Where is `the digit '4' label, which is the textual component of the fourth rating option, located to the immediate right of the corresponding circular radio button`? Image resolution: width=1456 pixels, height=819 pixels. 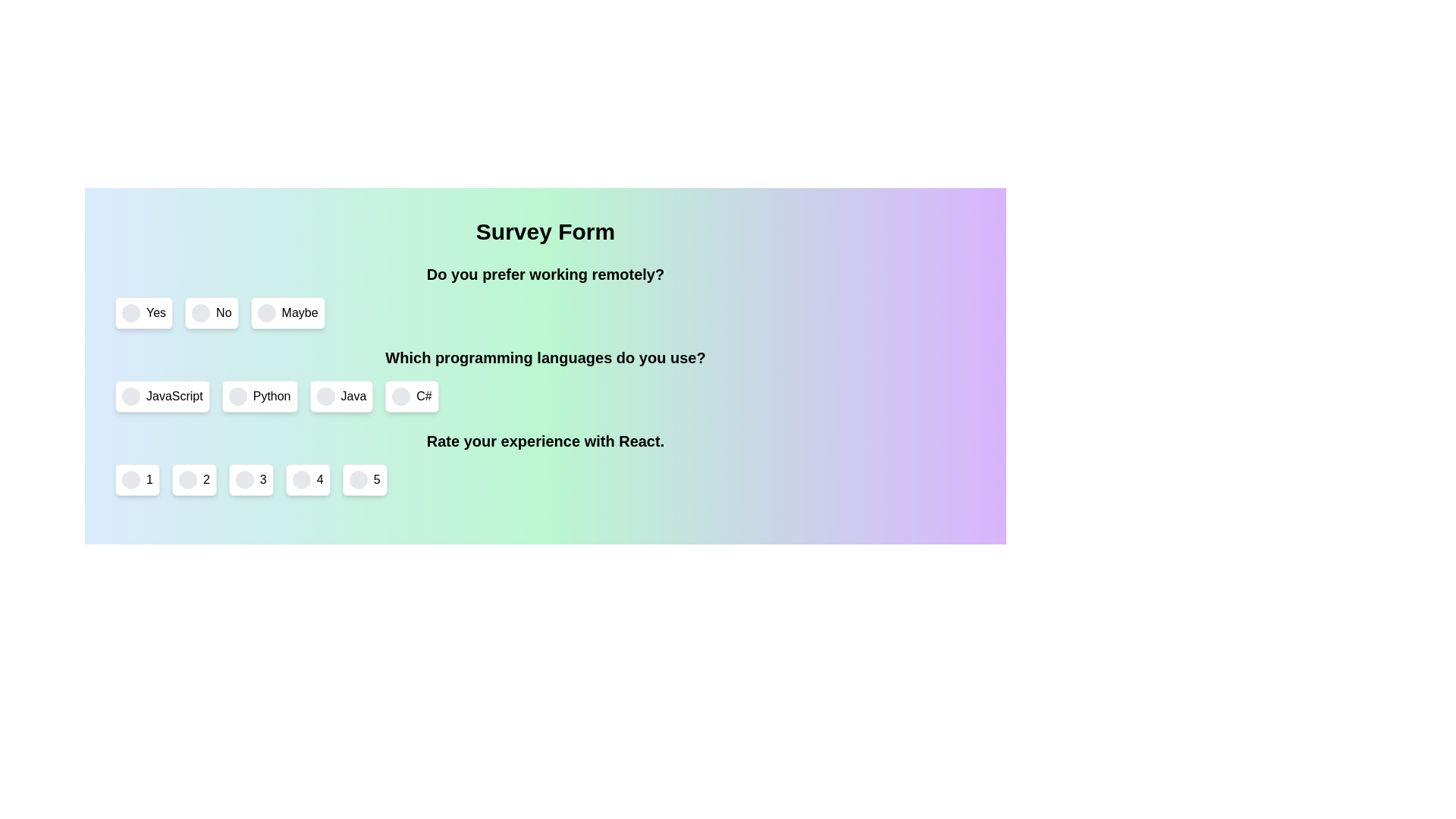 the digit '4' label, which is the textual component of the fourth rating option, located to the immediate right of the corresponding circular radio button is located at coordinates (319, 479).